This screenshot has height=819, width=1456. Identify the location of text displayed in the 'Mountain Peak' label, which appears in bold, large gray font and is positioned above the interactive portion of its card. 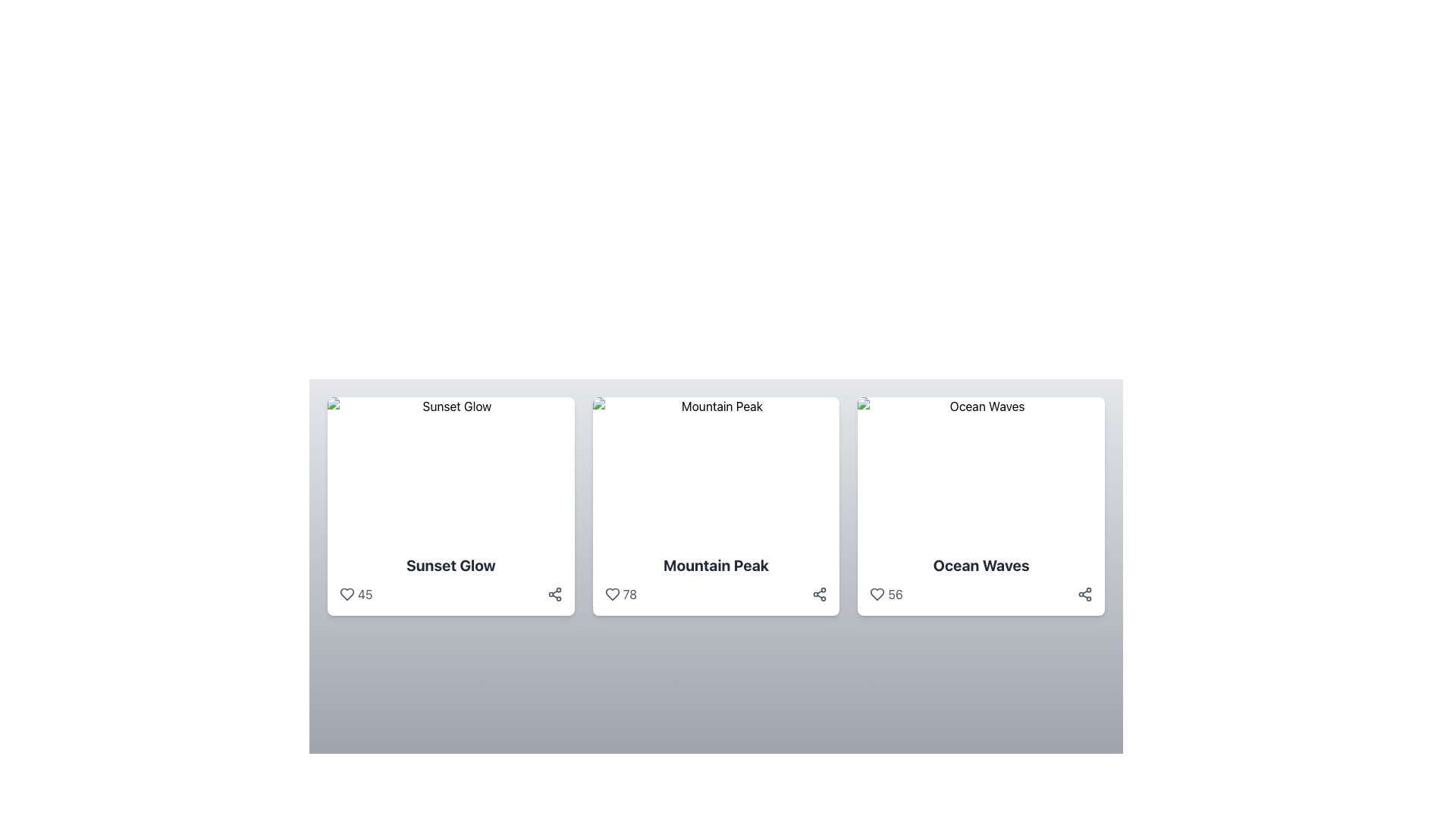
(715, 565).